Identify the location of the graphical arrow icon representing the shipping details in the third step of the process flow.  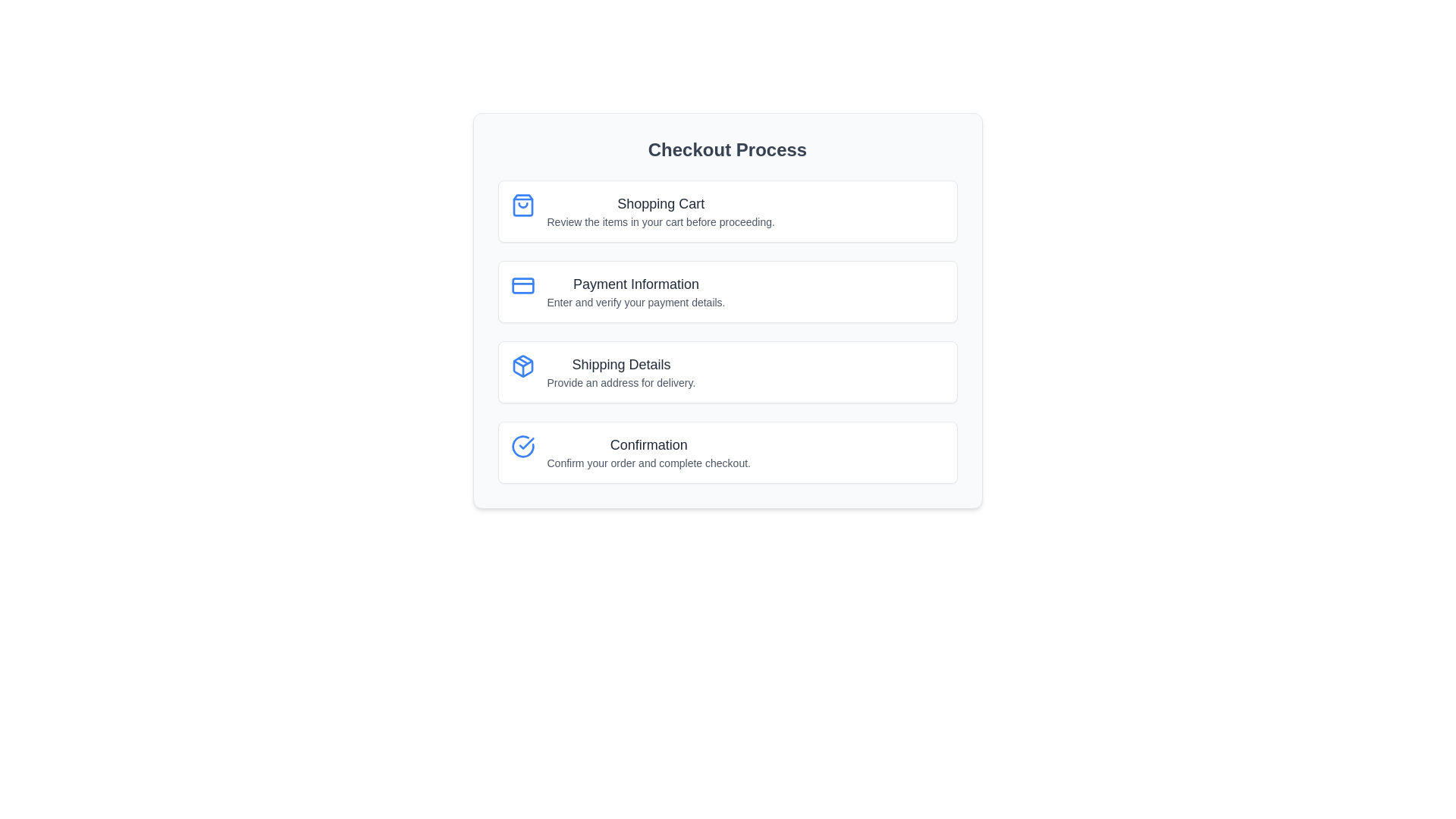
(522, 363).